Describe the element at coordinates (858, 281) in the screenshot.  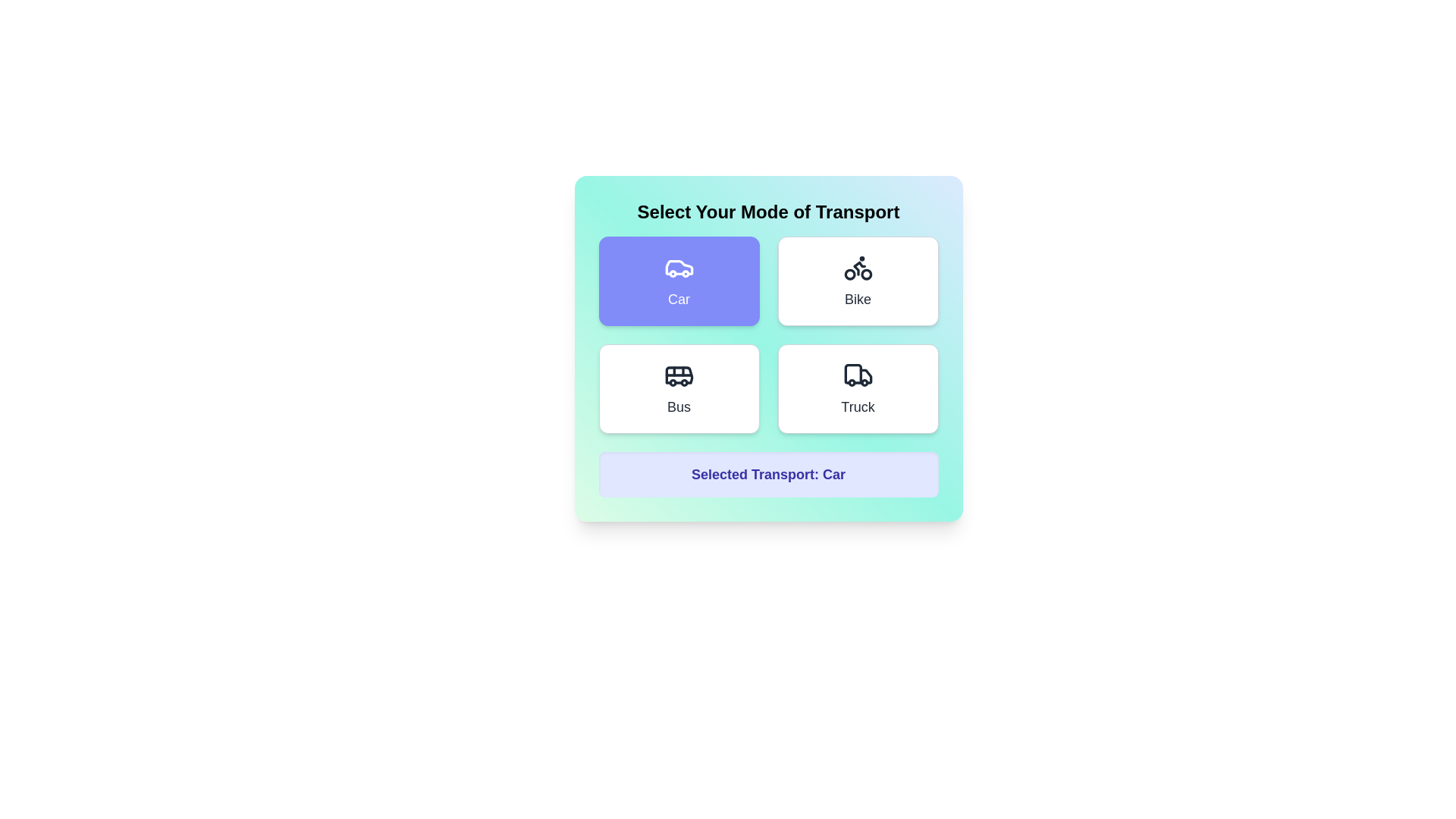
I see `the transport mode Bike` at that location.